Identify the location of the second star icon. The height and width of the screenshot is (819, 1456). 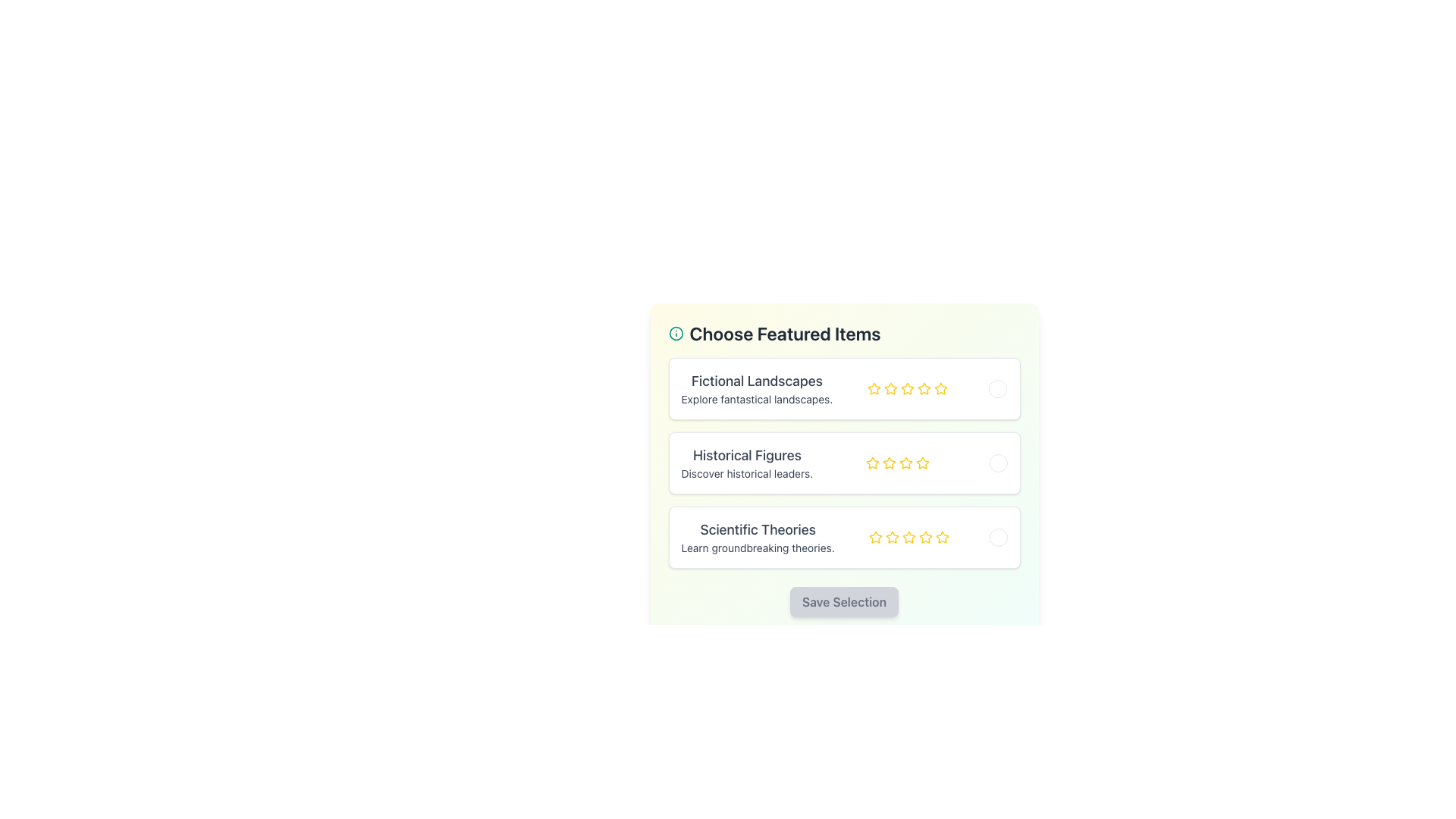
(891, 388).